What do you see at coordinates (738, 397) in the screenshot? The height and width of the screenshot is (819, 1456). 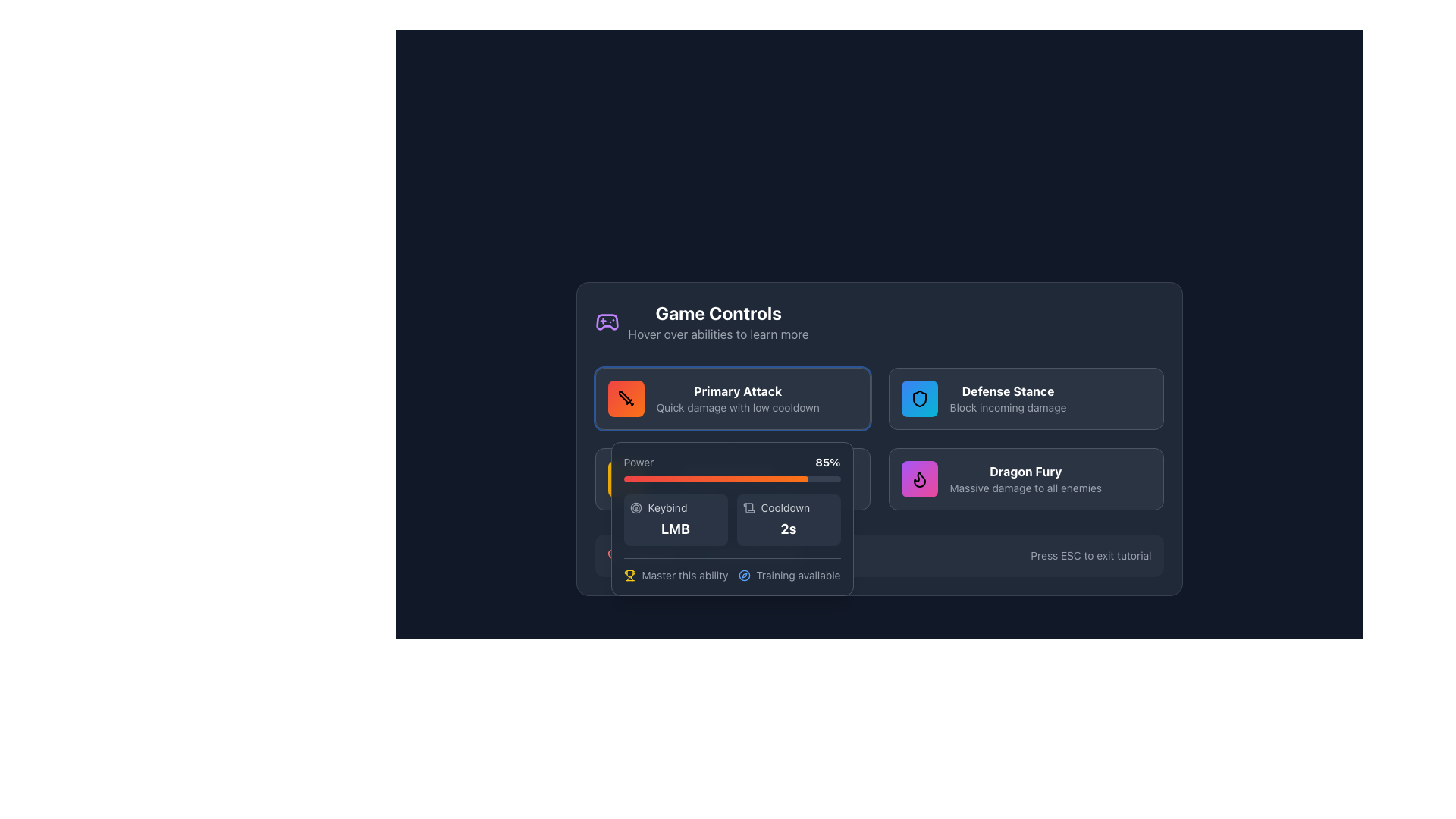 I see `the 'Primary Attack' text block, which is a bold, white-colored text embedded in the first card of the 'Game Controls' section, to get more information` at bounding box center [738, 397].